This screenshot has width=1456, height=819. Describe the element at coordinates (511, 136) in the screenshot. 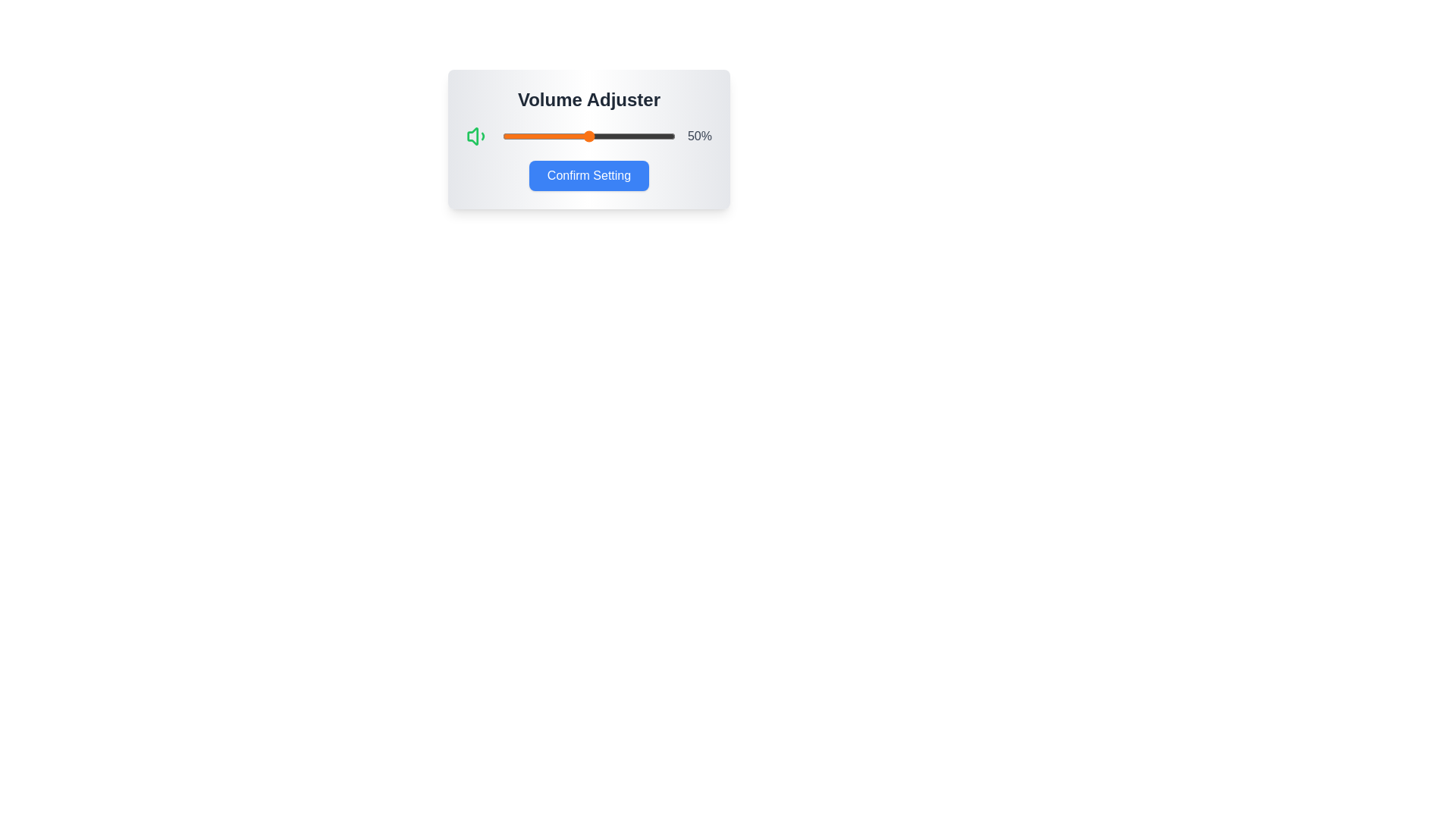

I see `the volume slider to 5%` at that location.